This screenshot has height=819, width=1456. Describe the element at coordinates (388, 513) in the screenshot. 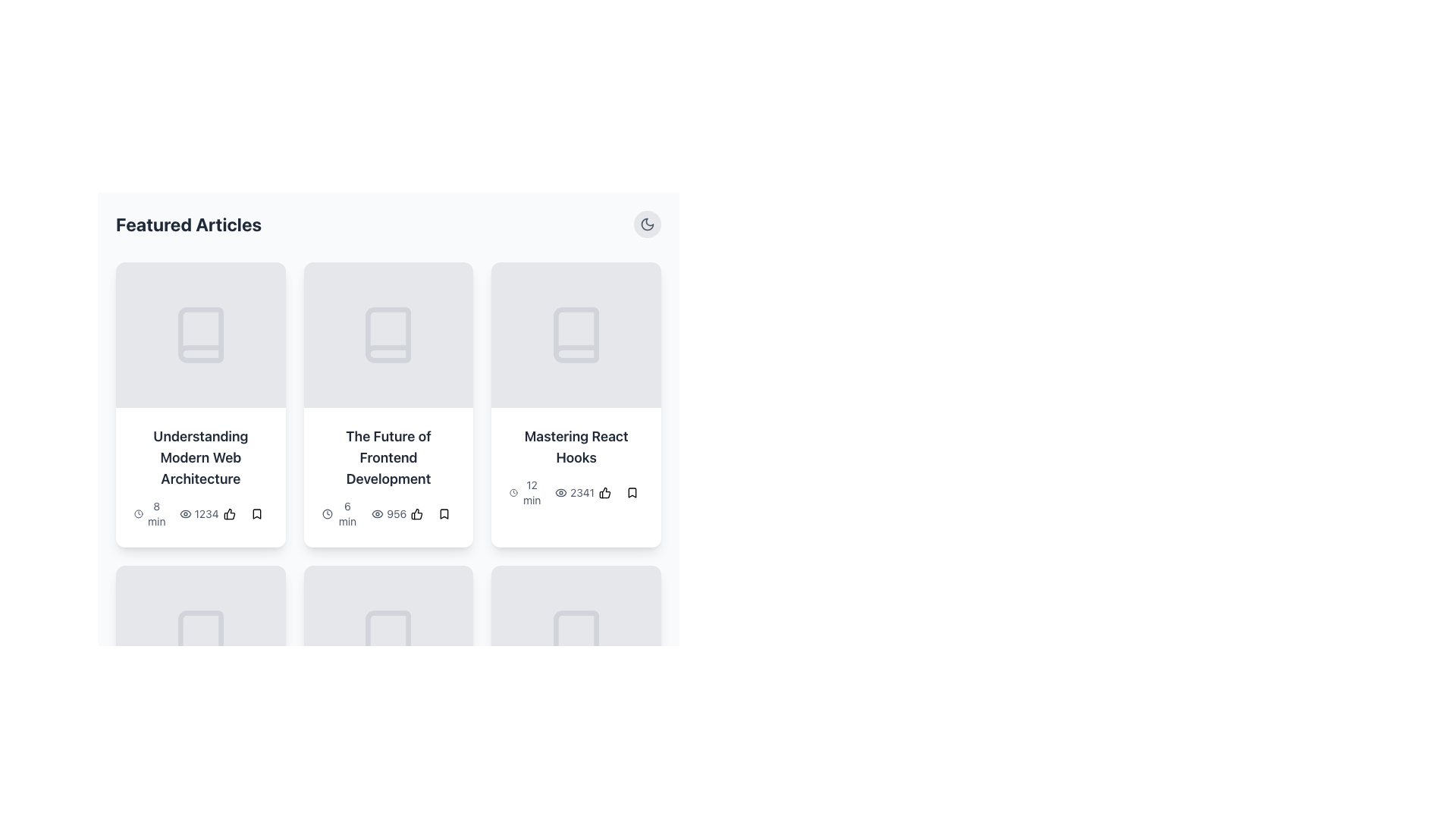

I see `the text element displaying the estimated reading time and number of views for the article 'The Future of Frontend Development', located below the title in the middle card of a three-column layout` at that location.